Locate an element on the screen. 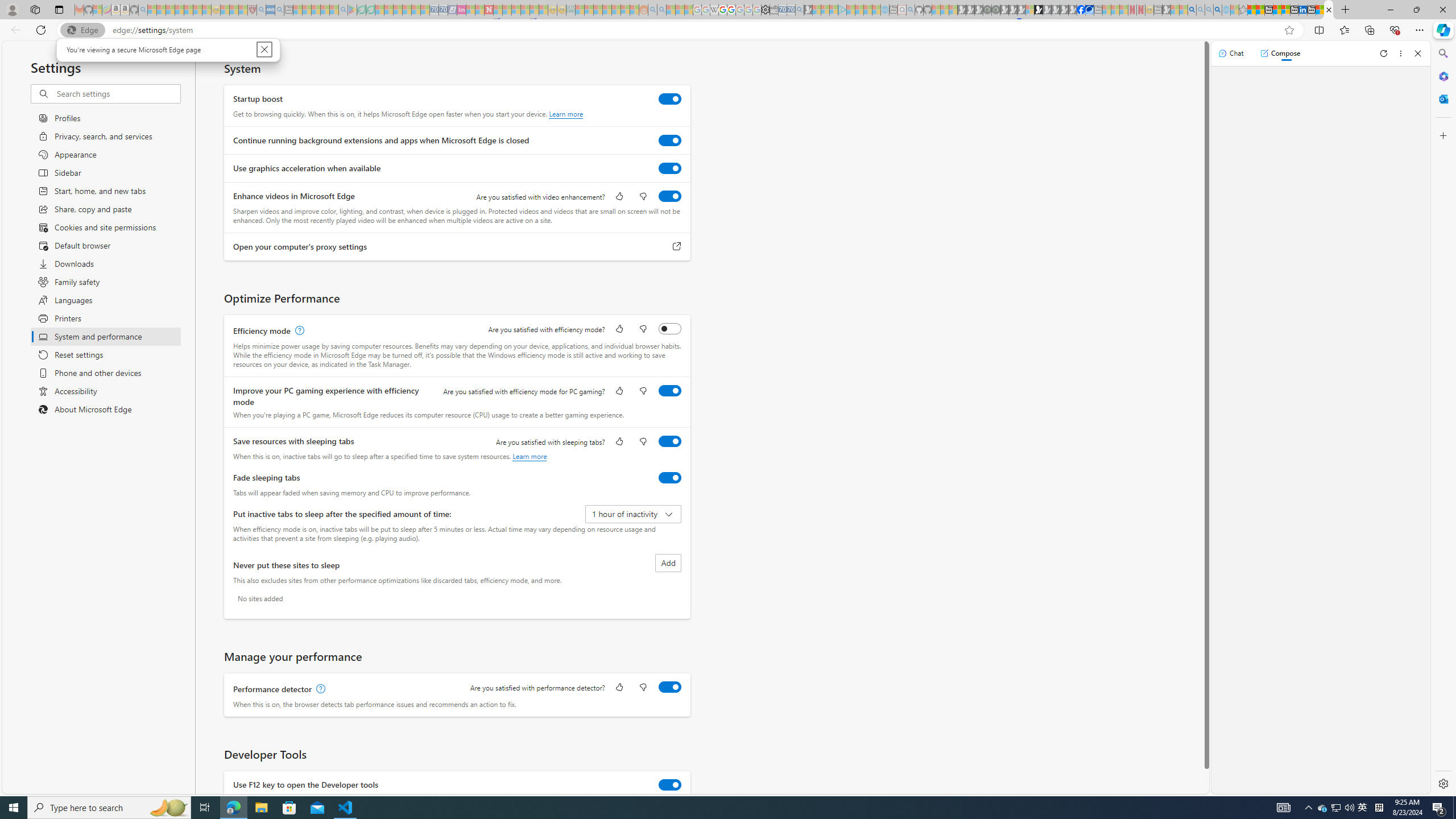 The image size is (1456, 819). 'Action Center, 2 new notifications' is located at coordinates (1439, 806).